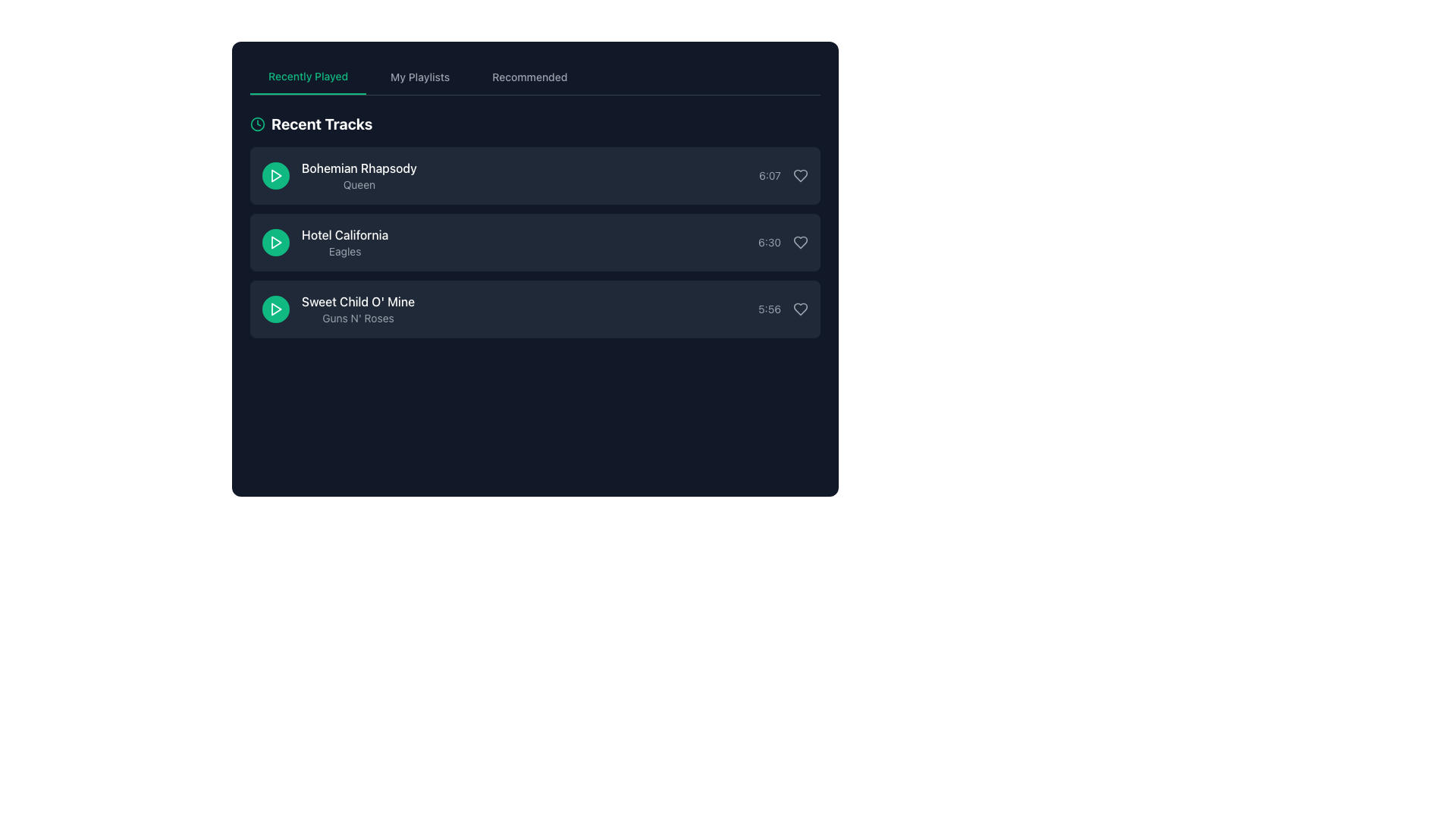 This screenshot has height=819, width=1456. Describe the element at coordinates (276, 174) in the screenshot. I see `the circular green button with a white play icon associated with 'Bohemian Rhapsody' by 'Queen'` at that location.